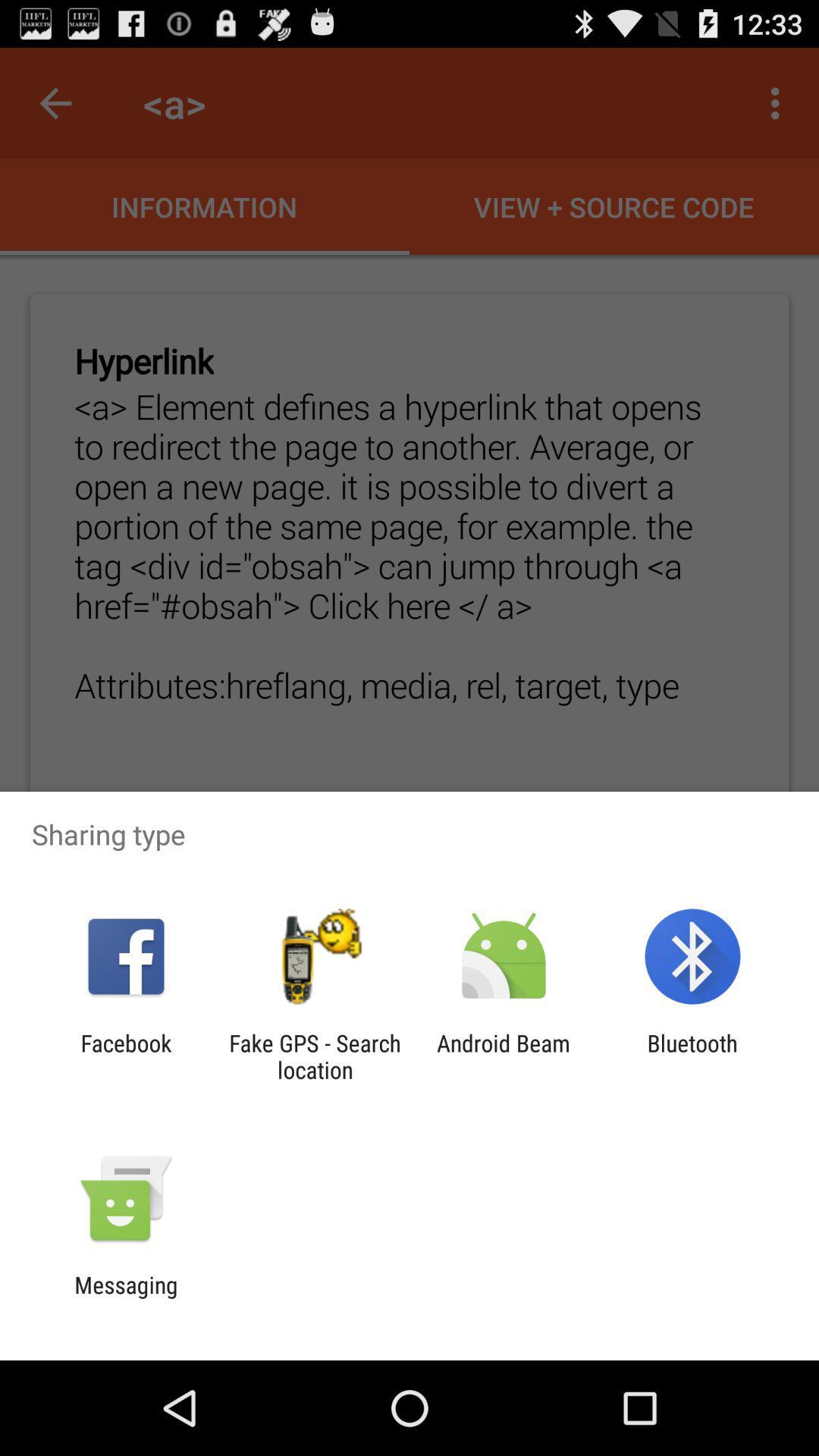  What do you see at coordinates (504, 1056) in the screenshot?
I see `icon to the left of the bluetooth` at bounding box center [504, 1056].